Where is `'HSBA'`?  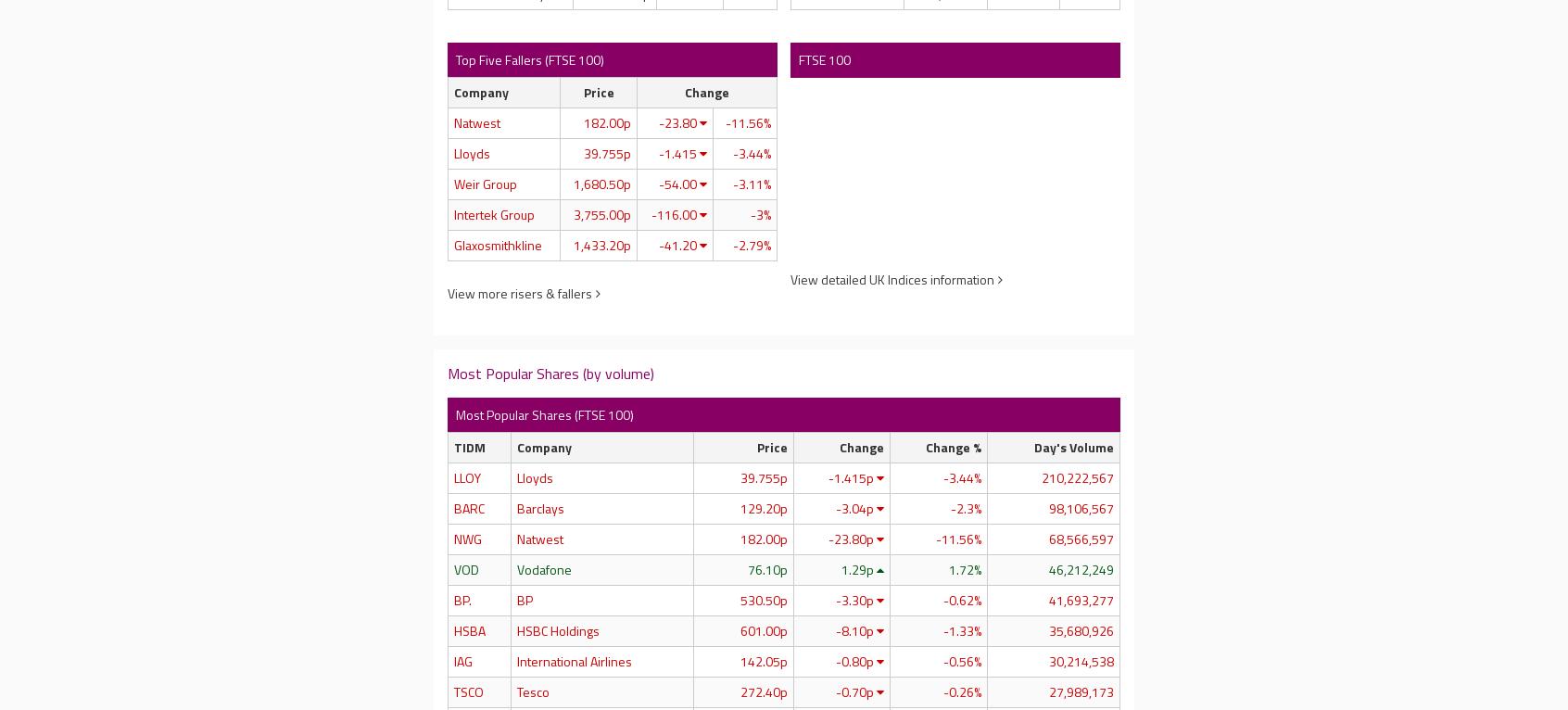 'HSBA' is located at coordinates (469, 630).